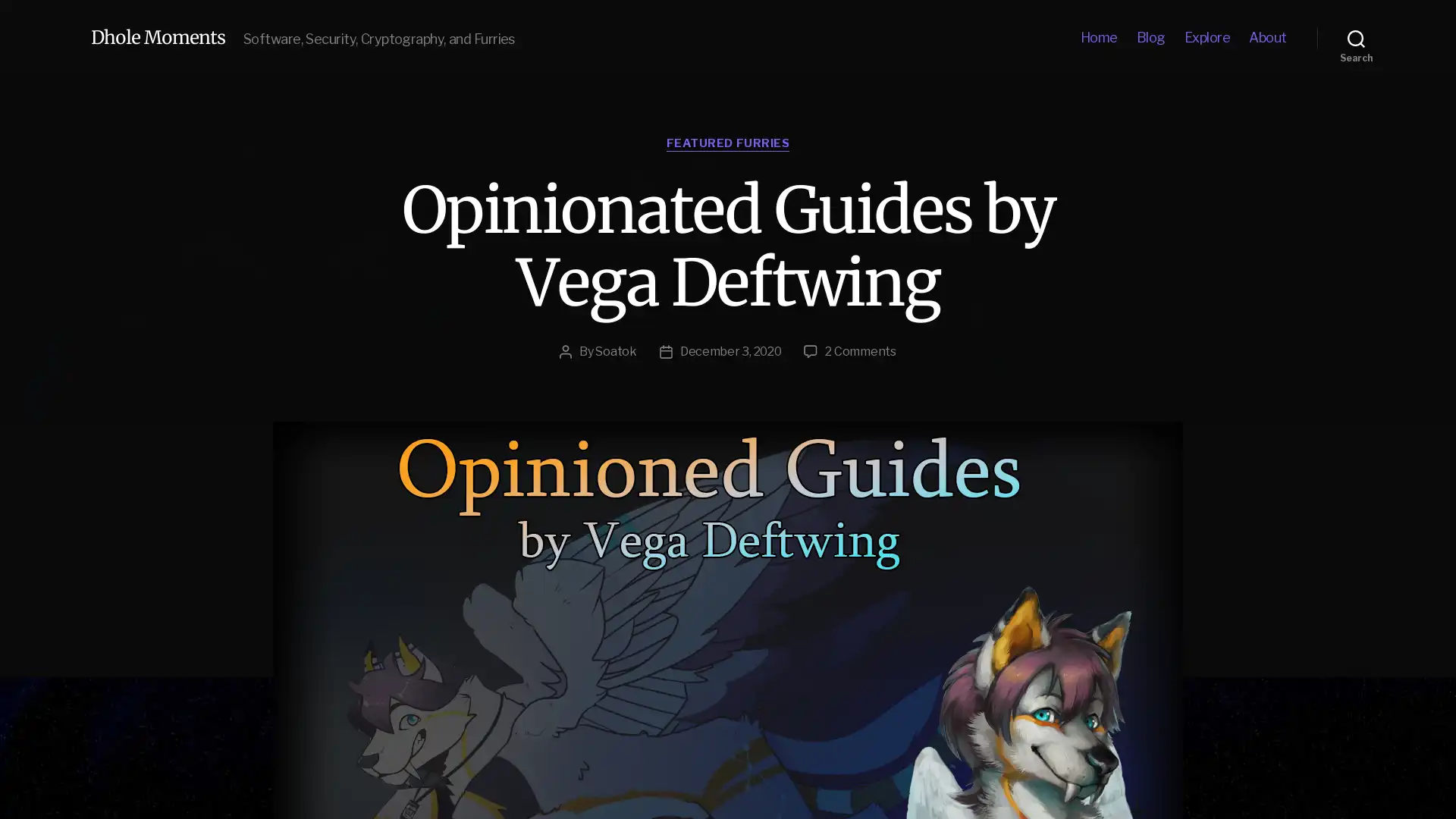  I want to click on Search, so click(1356, 37).